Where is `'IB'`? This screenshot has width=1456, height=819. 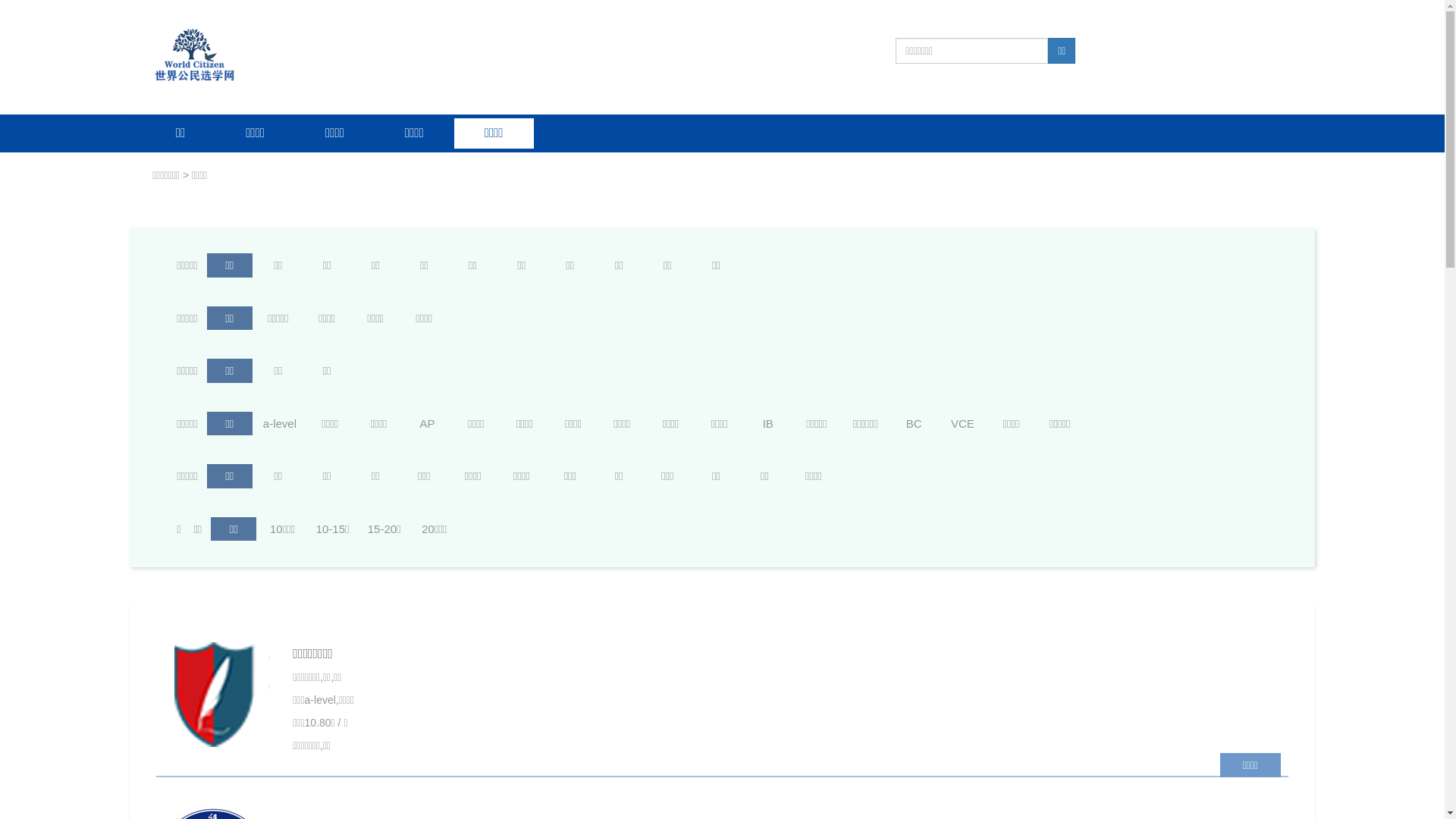
'IB' is located at coordinates (767, 423).